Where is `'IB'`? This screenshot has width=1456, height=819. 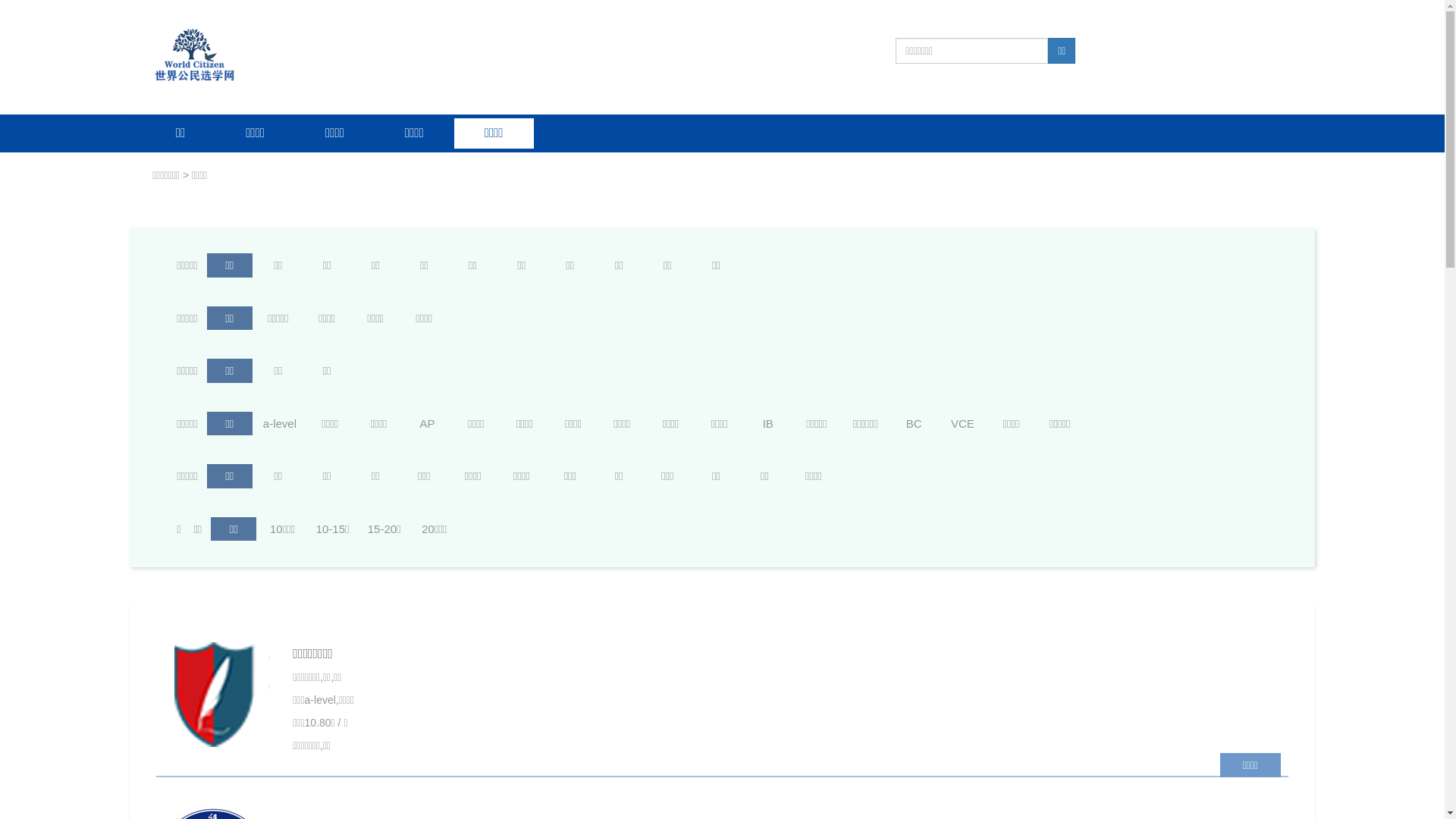
'IB' is located at coordinates (767, 423).